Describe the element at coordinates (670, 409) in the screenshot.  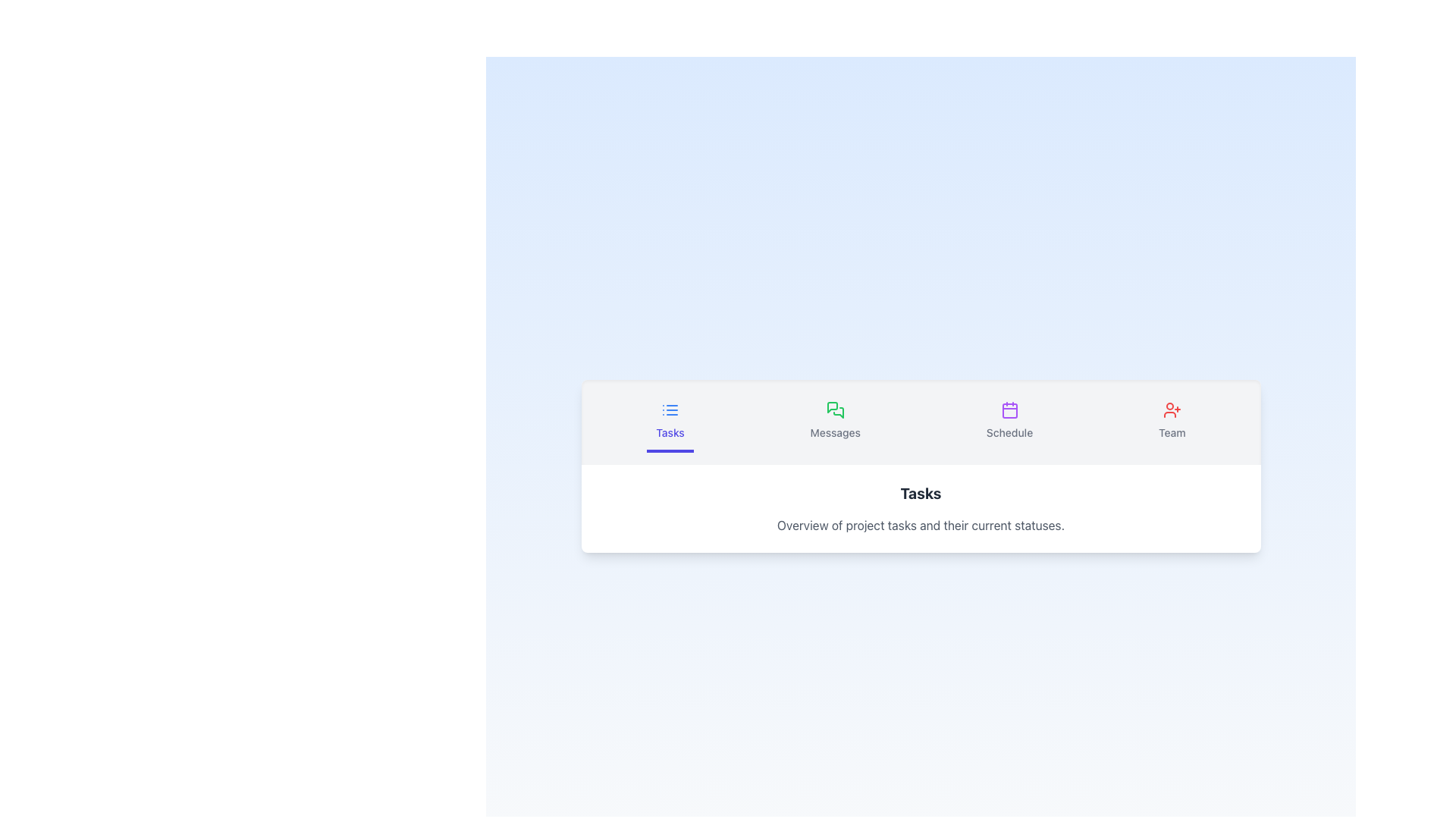
I see `the 'Tasks' icon in the navigation menu, which visually represents the 'Tasks' section` at that location.